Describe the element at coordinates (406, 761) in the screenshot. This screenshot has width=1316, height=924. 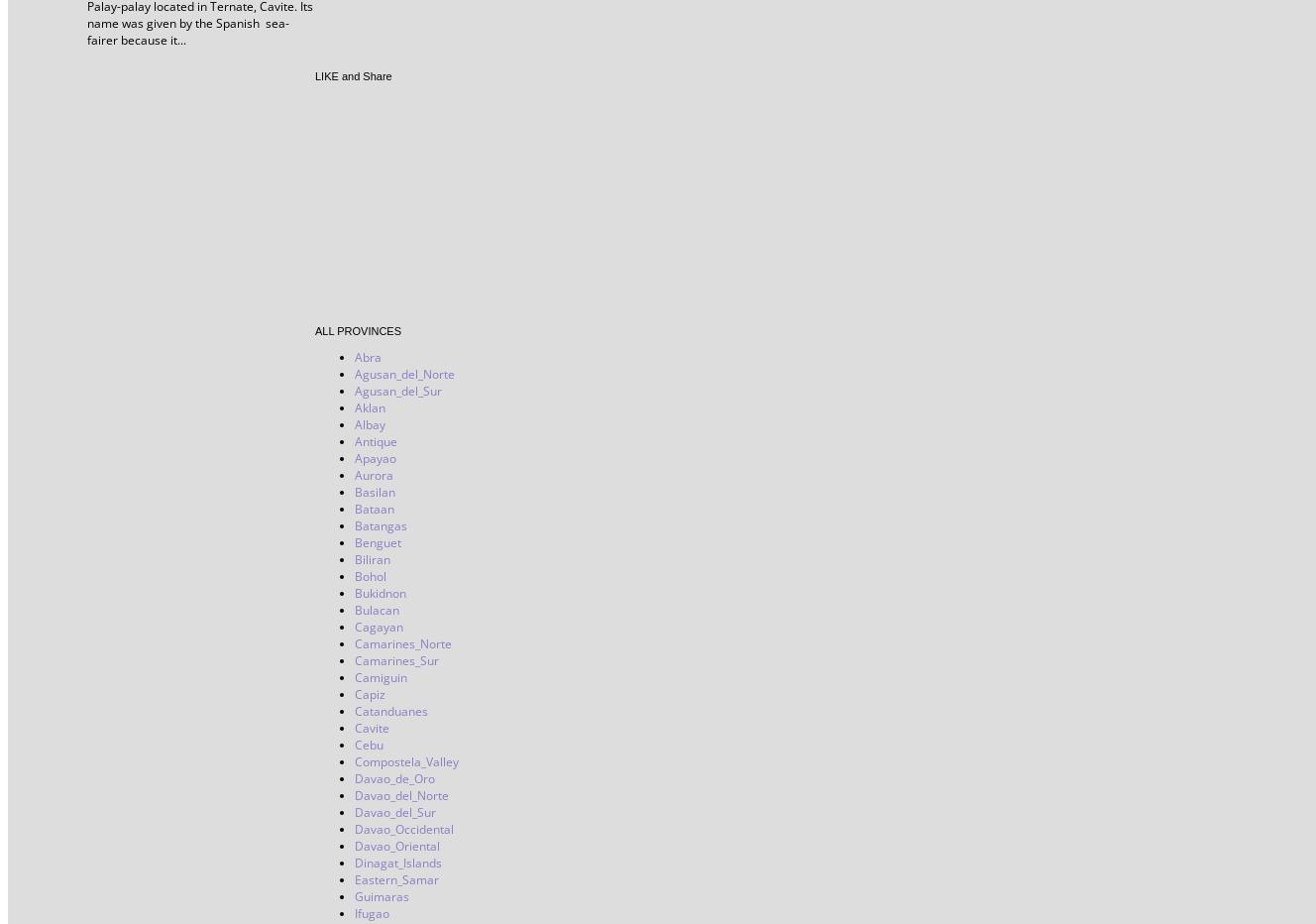
I see `'Compostela_Valley'` at that location.